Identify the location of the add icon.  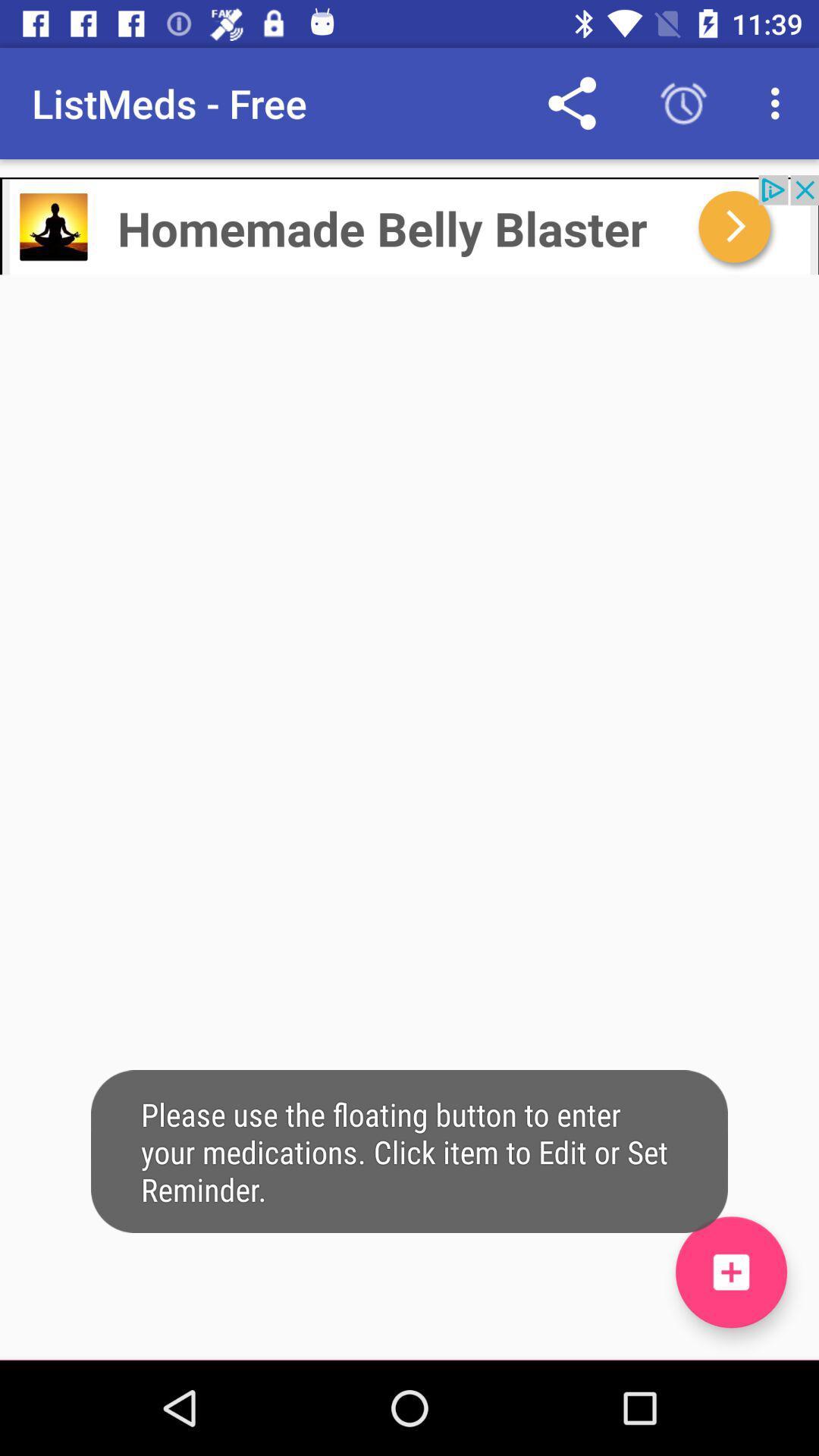
(730, 1272).